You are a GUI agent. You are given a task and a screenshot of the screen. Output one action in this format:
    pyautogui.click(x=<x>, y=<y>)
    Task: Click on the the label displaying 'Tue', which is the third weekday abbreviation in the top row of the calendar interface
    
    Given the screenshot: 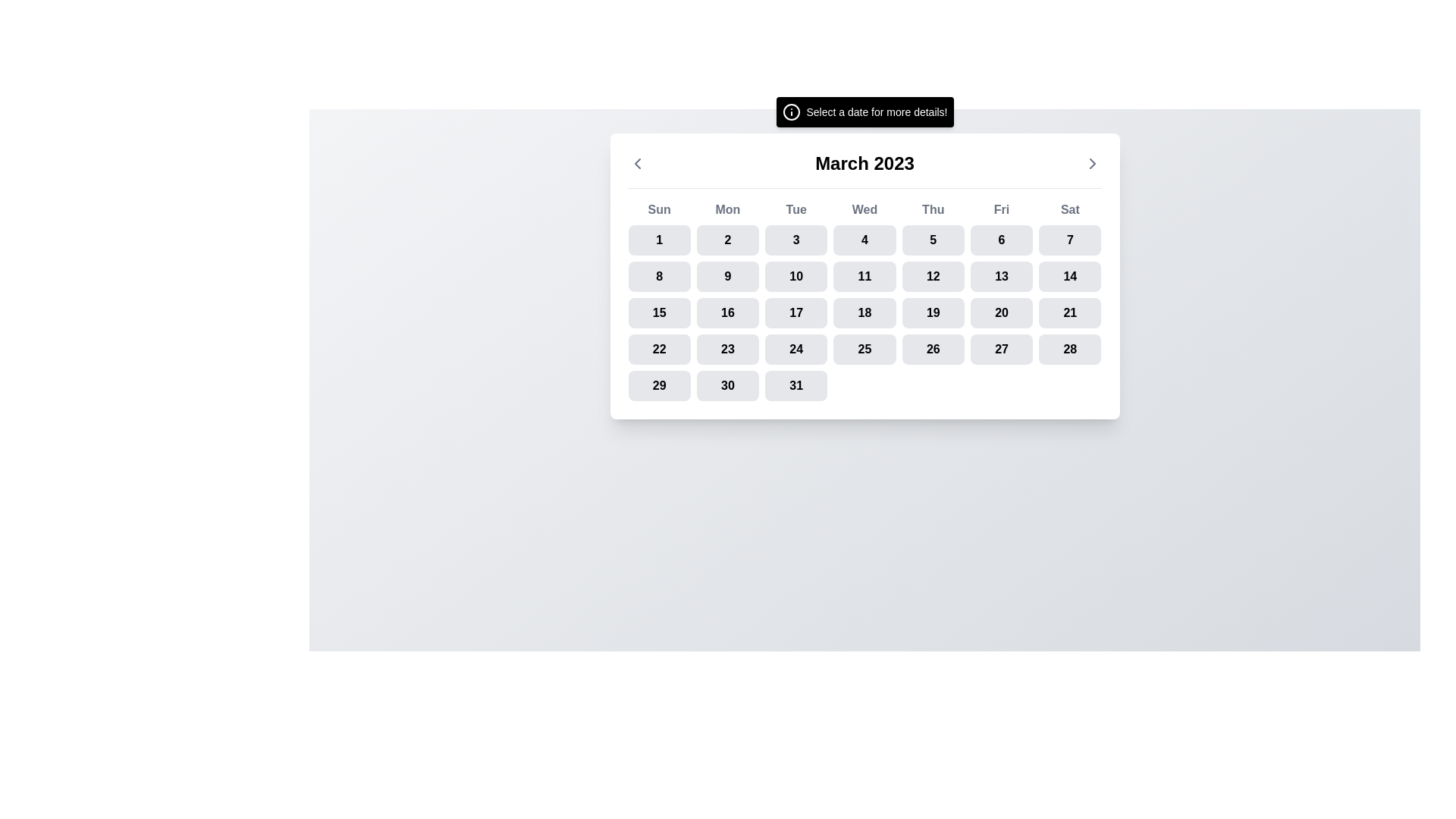 What is the action you would take?
    pyautogui.click(x=795, y=210)
    